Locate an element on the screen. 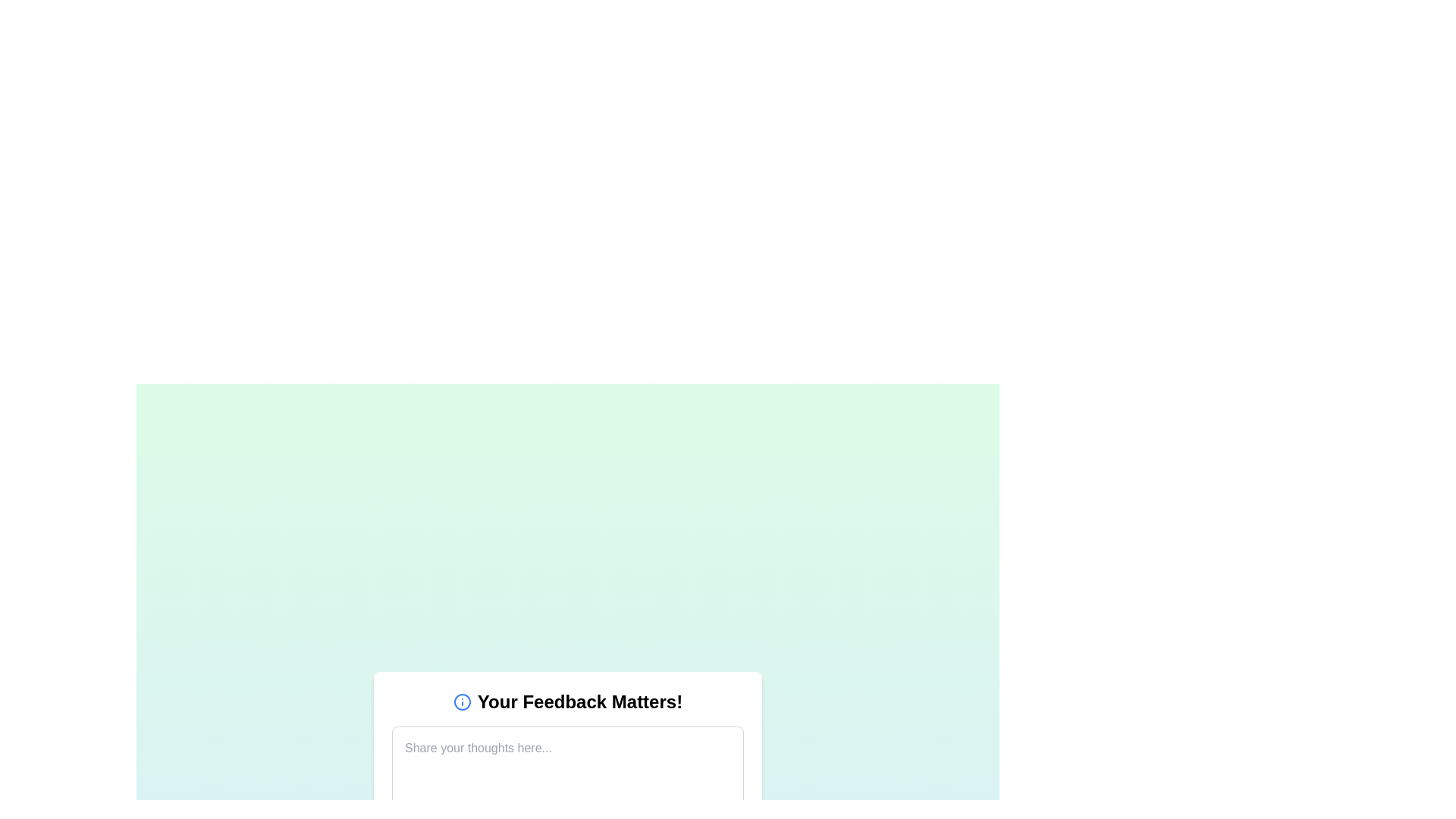 The image size is (1456, 819). the text label 'Your Feedback Matters!' which is styled in bold and larger font, located at the top of the feedback form, accompanied by a blue information icon is located at coordinates (566, 701).